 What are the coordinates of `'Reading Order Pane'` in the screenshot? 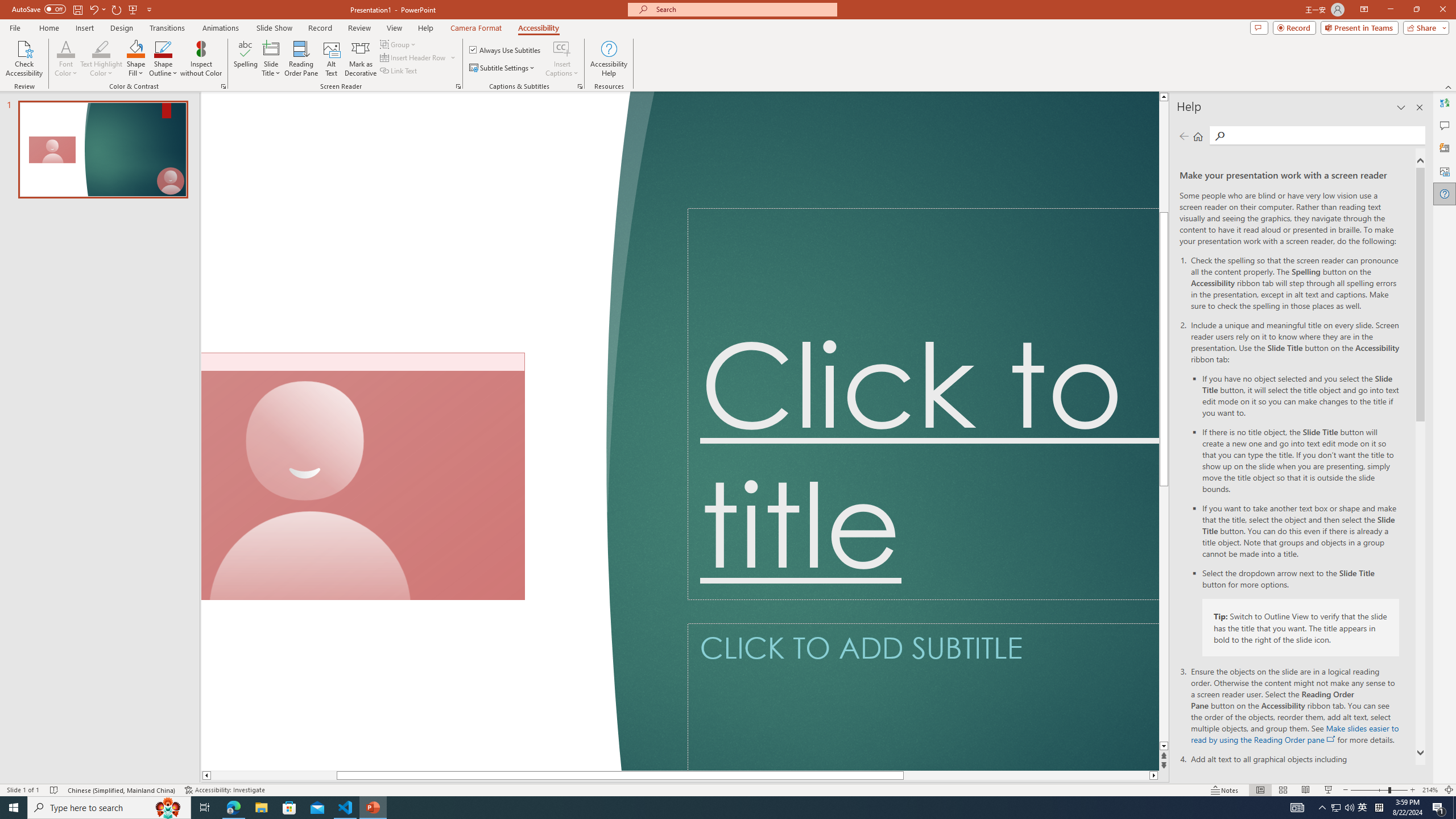 It's located at (301, 59).